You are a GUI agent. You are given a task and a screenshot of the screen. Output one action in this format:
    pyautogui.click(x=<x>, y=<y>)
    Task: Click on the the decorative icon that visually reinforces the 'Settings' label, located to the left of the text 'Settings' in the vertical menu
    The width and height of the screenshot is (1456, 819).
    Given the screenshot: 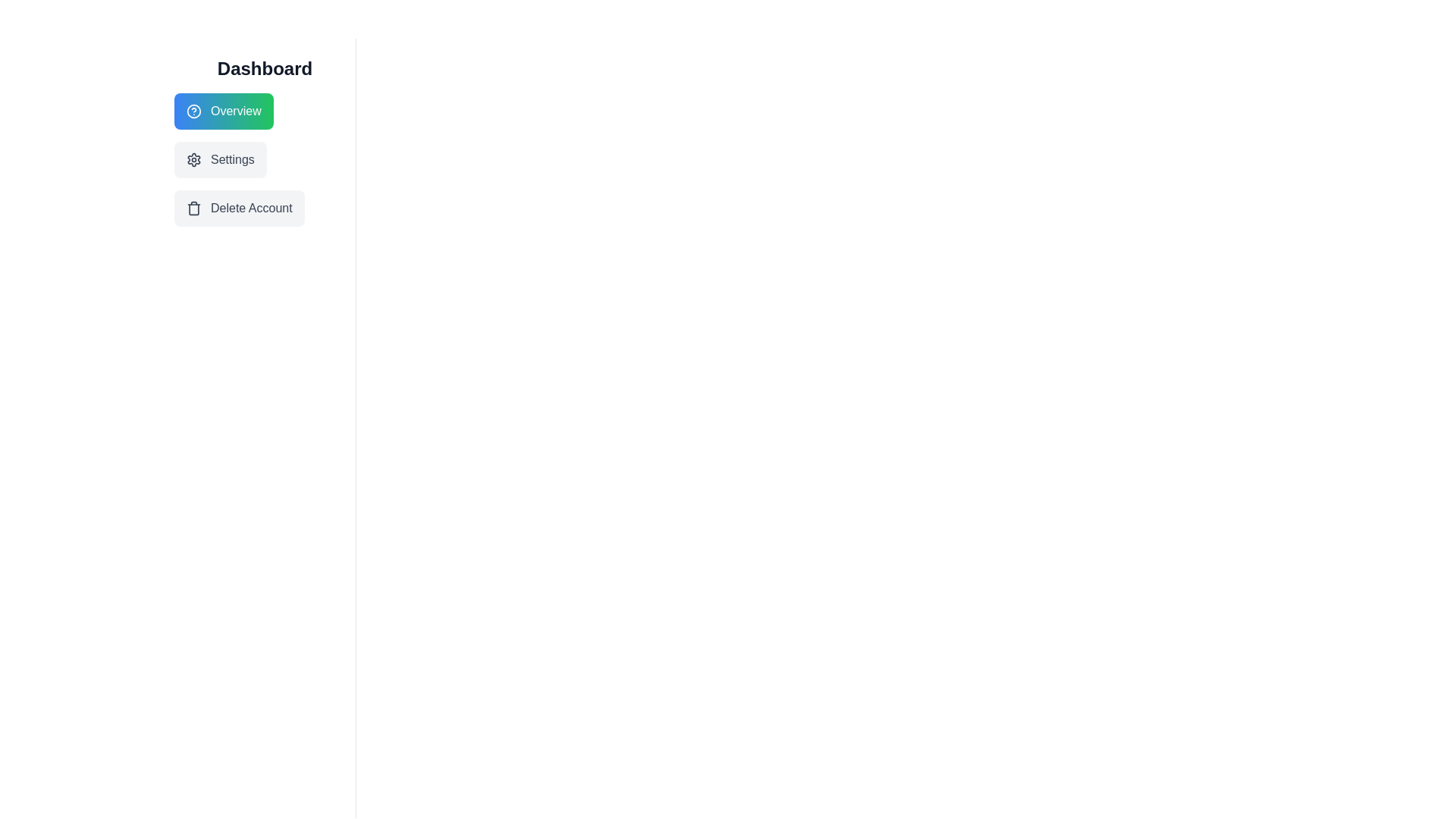 What is the action you would take?
    pyautogui.click(x=193, y=160)
    